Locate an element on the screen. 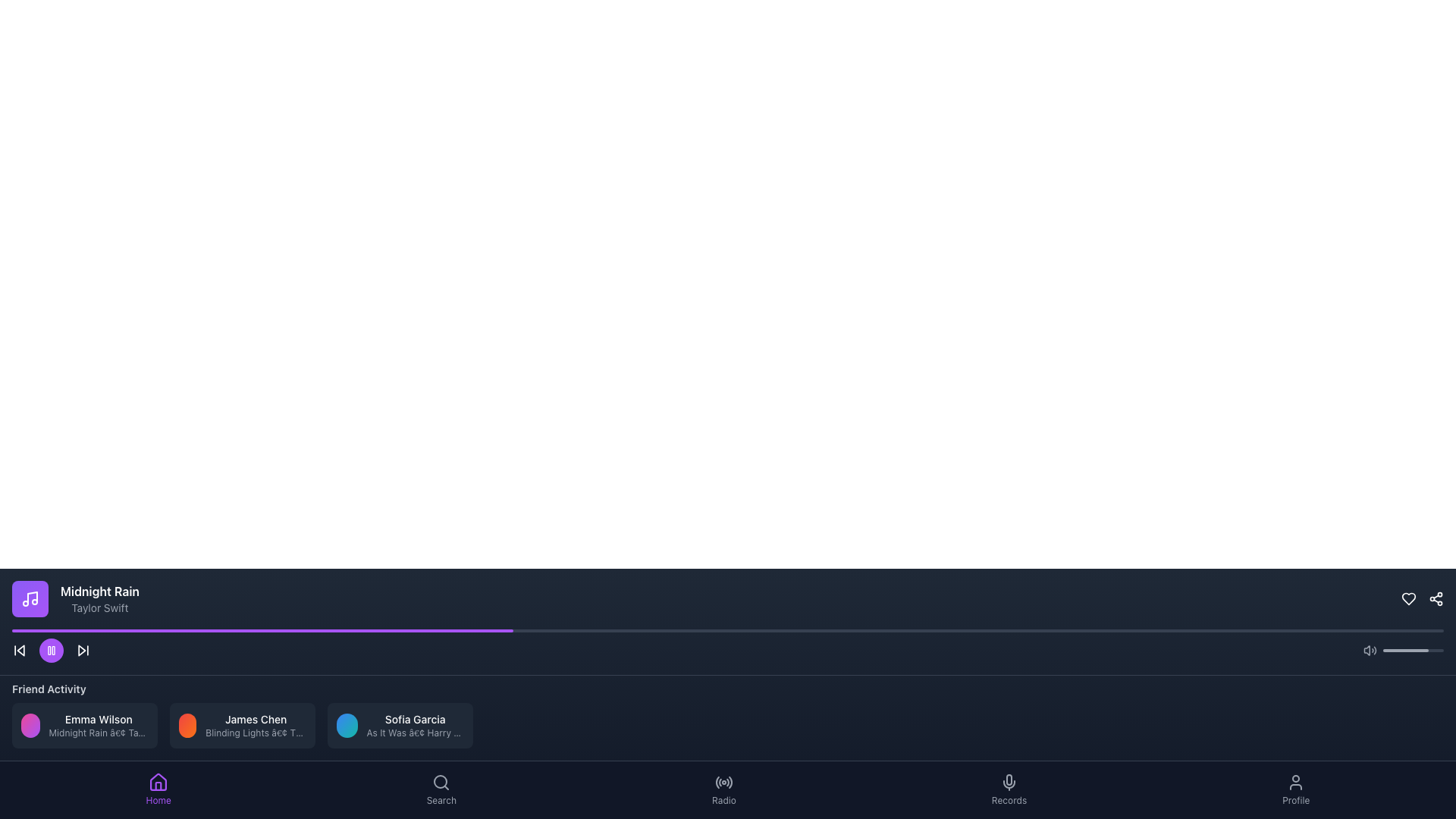 This screenshot has width=1456, height=819. the volume slider is located at coordinates (1389, 649).